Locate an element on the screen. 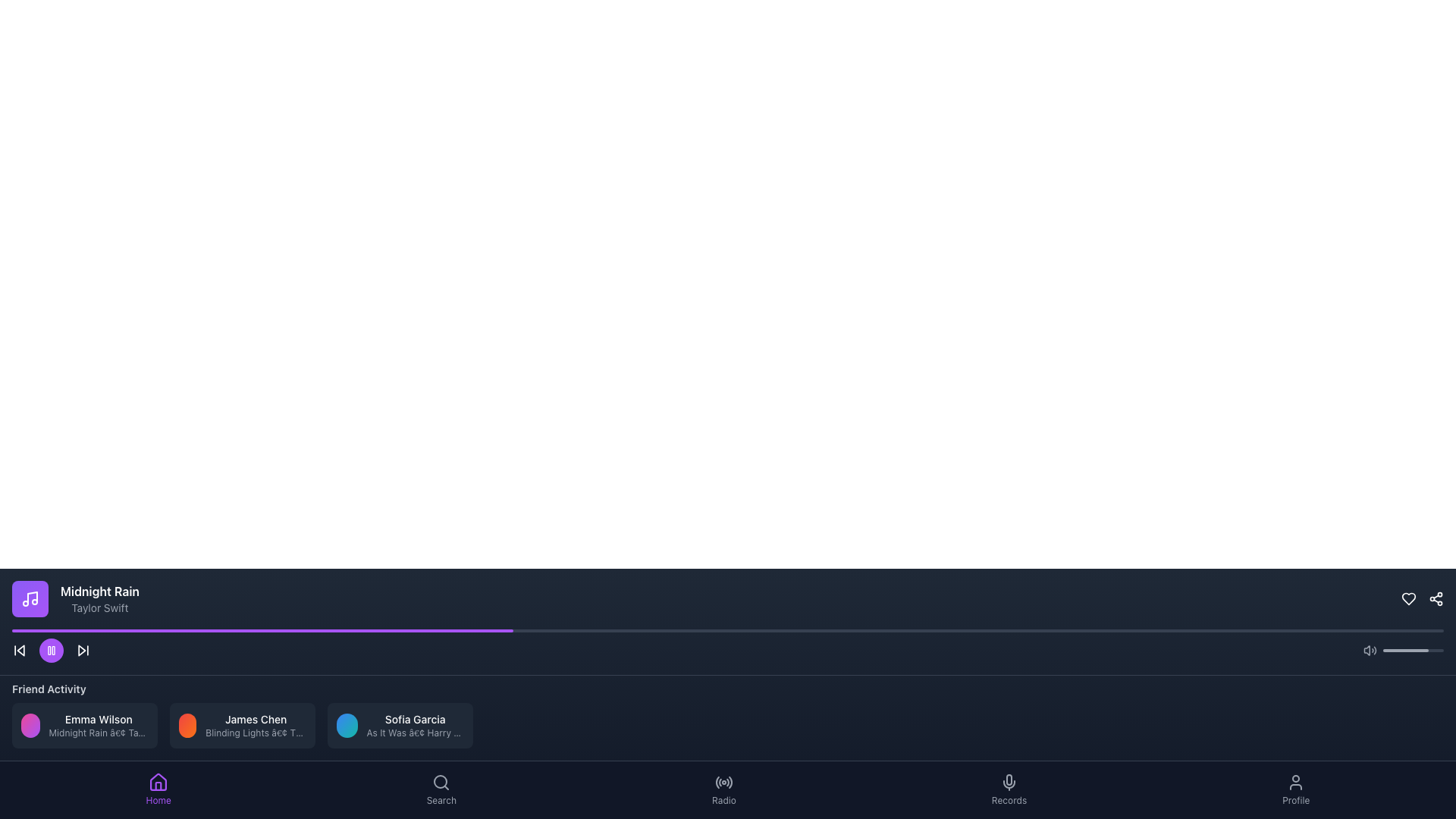 This screenshot has width=1456, height=819. the volume slider is located at coordinates (1389, 649).